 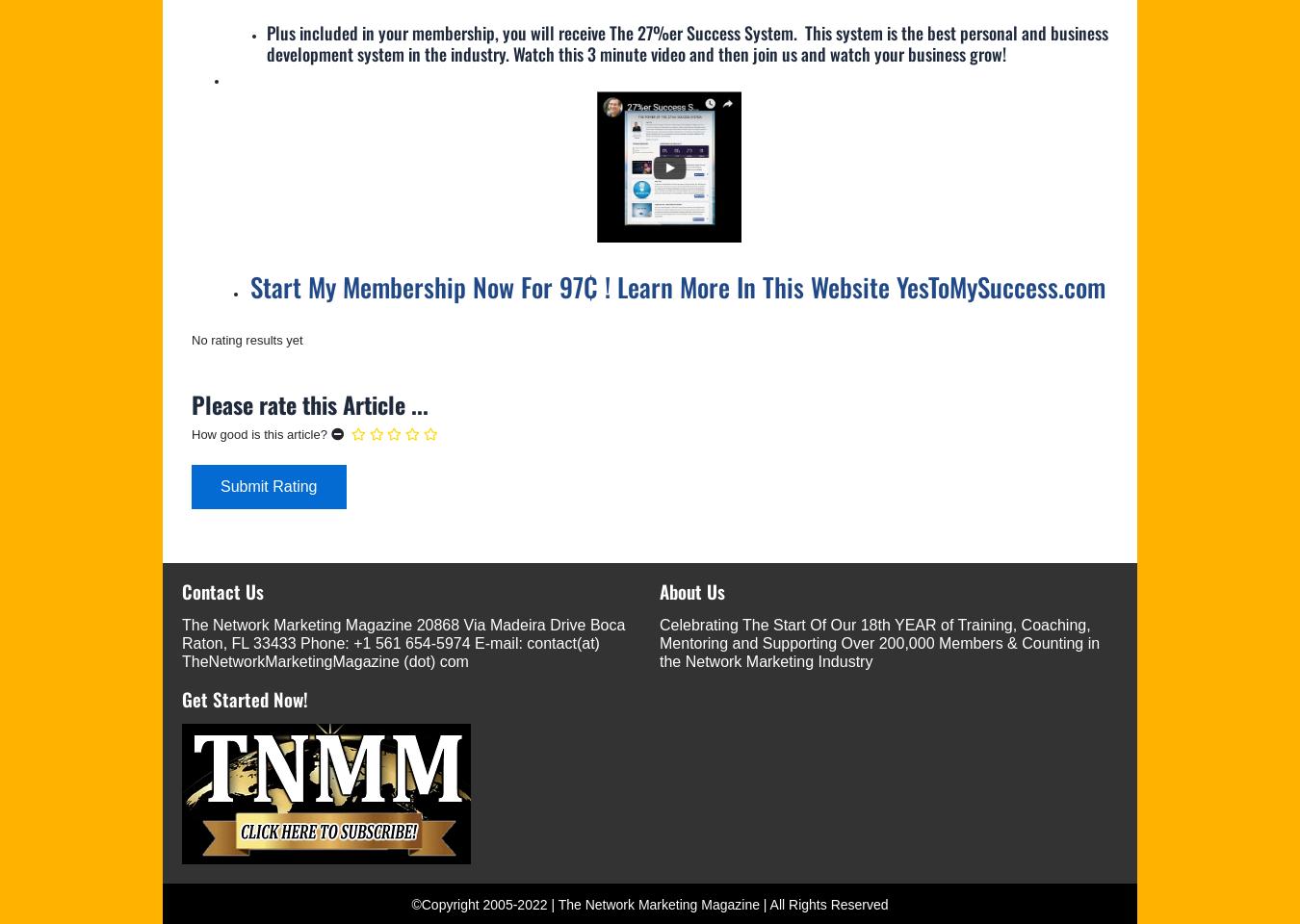 I want to click on 'How good is this article?', so click(x=258, y=434).